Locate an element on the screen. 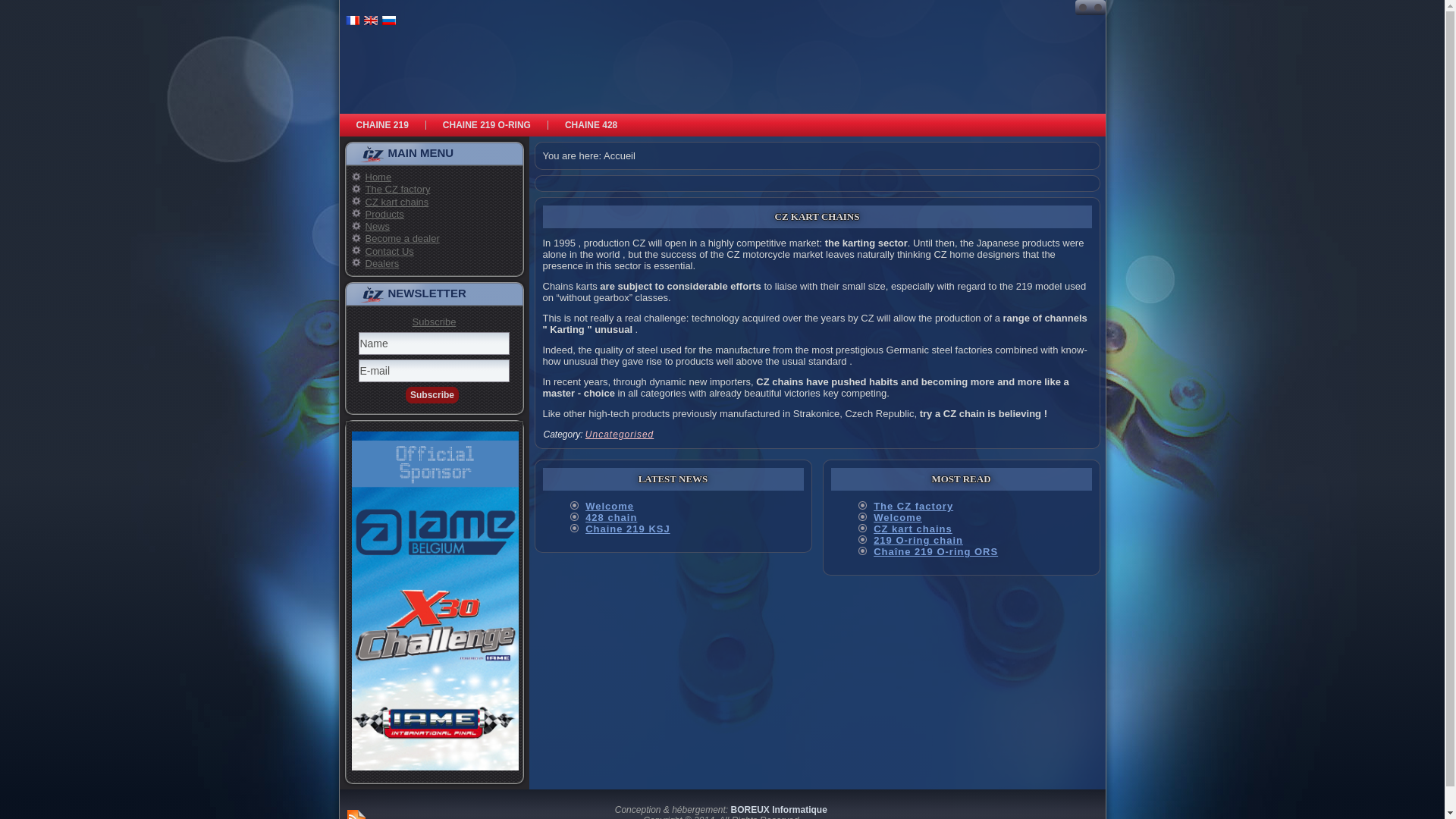 The image size is (1456, 819). 'CHAINE 219 O-RING' is located at coordinates (487, 124).